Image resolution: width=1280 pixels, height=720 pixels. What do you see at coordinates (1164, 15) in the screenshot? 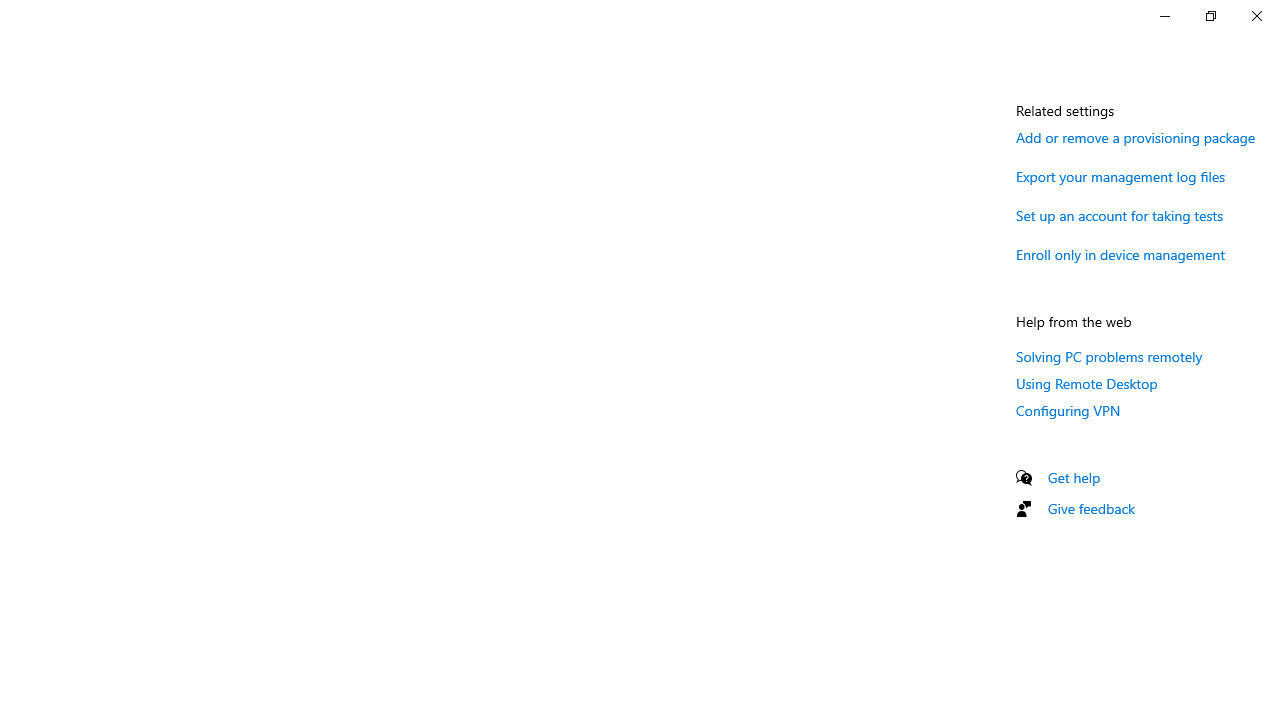
I see `'Minimize Settings'` at bounding box center [1164, 15].